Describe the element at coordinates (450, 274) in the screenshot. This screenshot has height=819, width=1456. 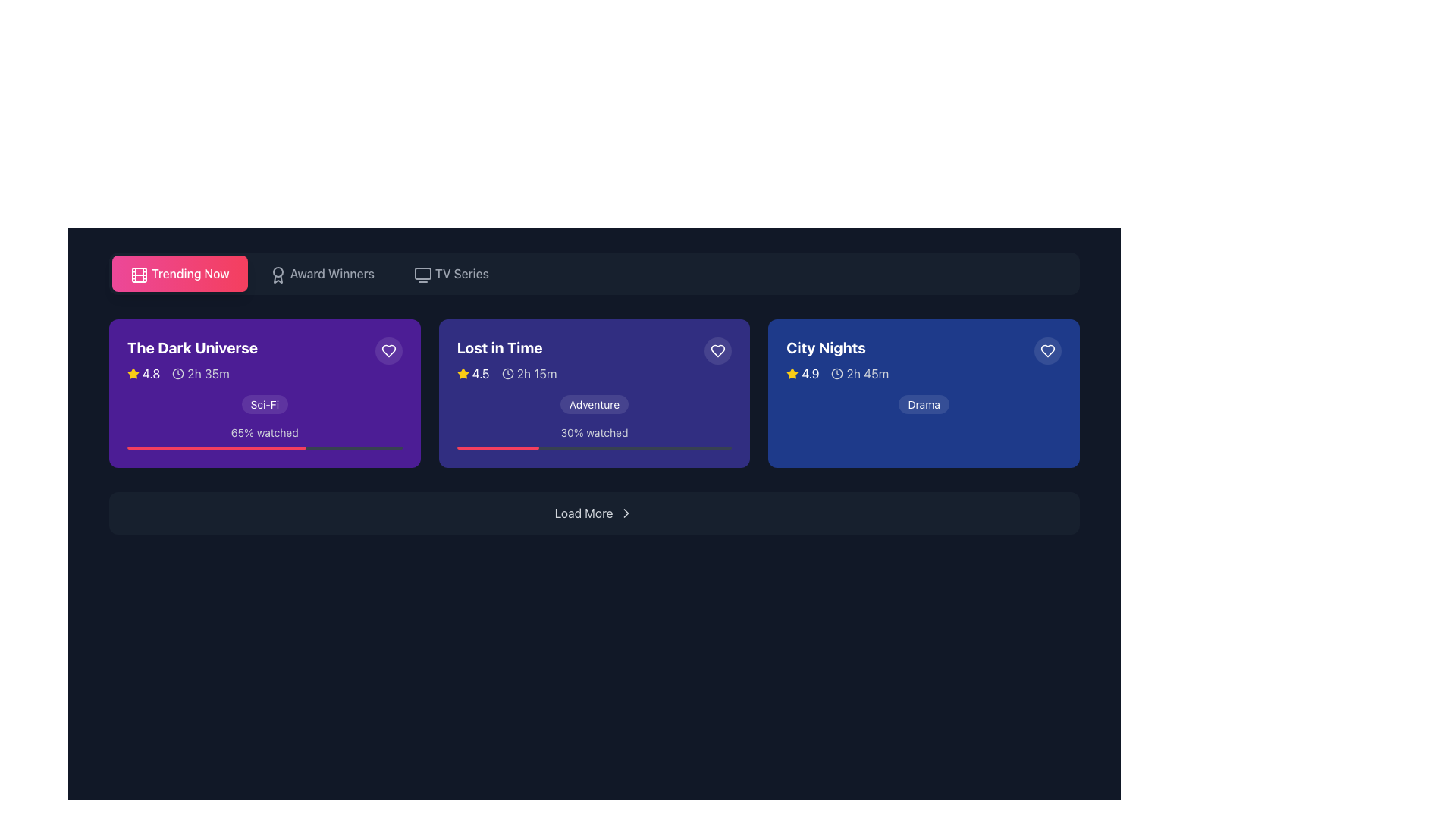
I see `the 'TV Series' button, which is a rounded rectangular button with a dark background and a minimalist TV icon, to filter for TV series content` at that location.